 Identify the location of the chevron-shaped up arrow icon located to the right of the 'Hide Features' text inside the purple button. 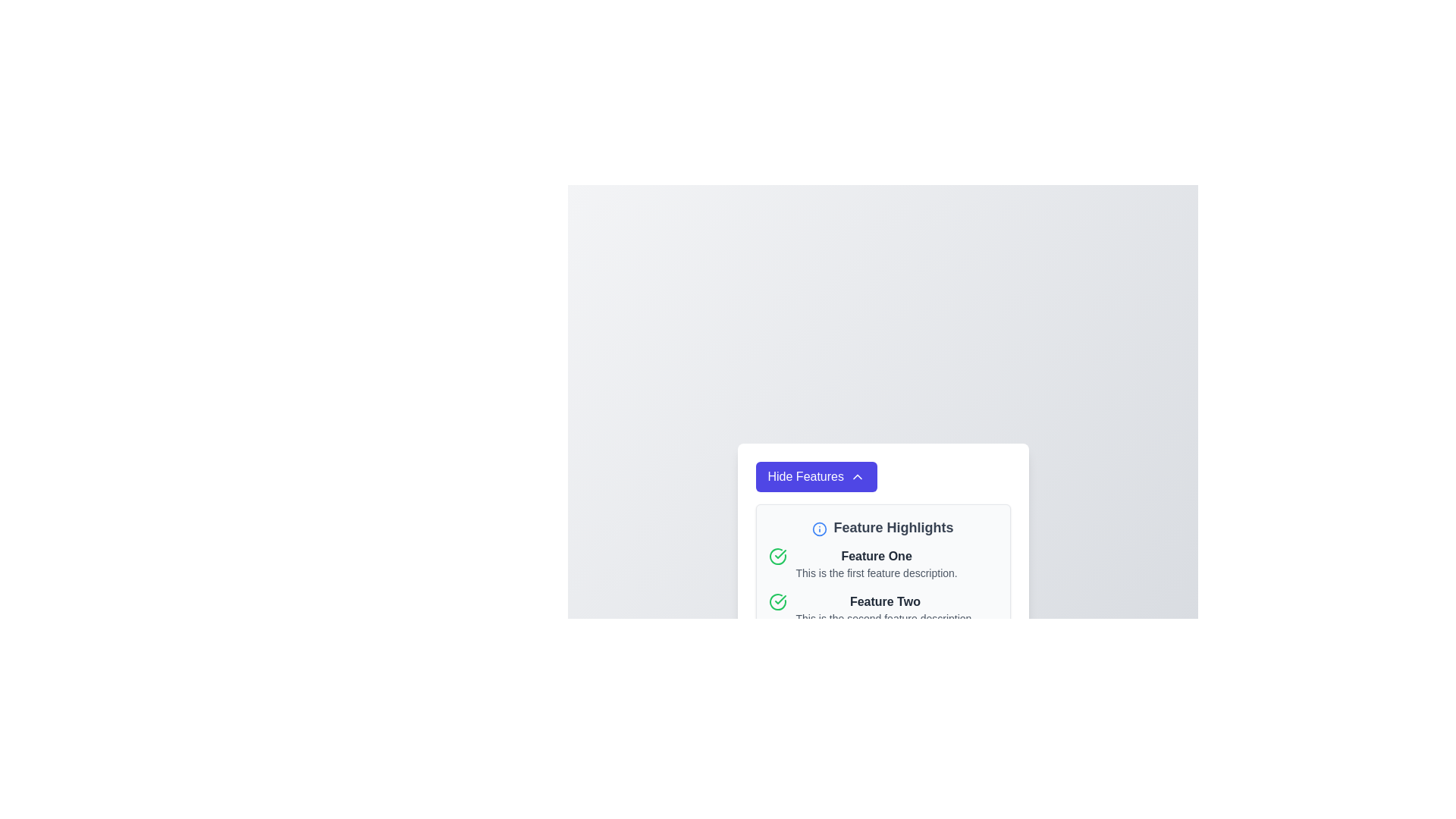
(858, 475).